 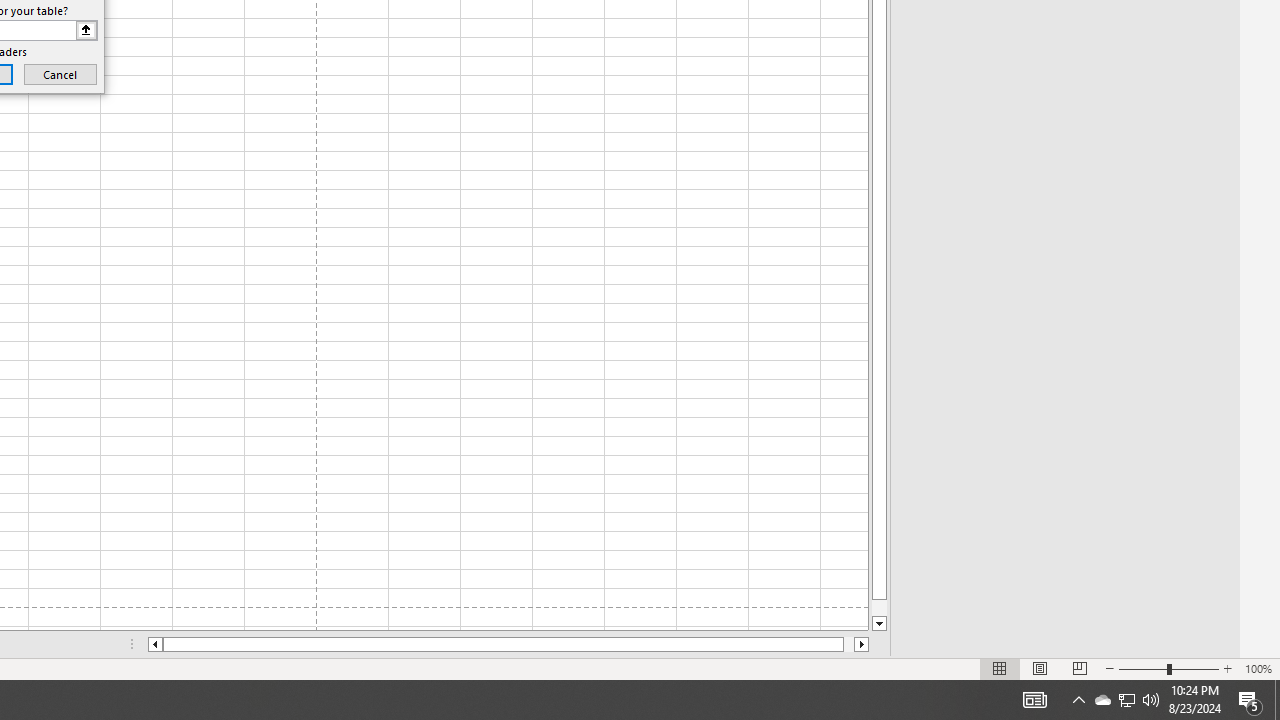 I want to click on 'Class: NetUIScrollBar', so click(x=508, y=644).